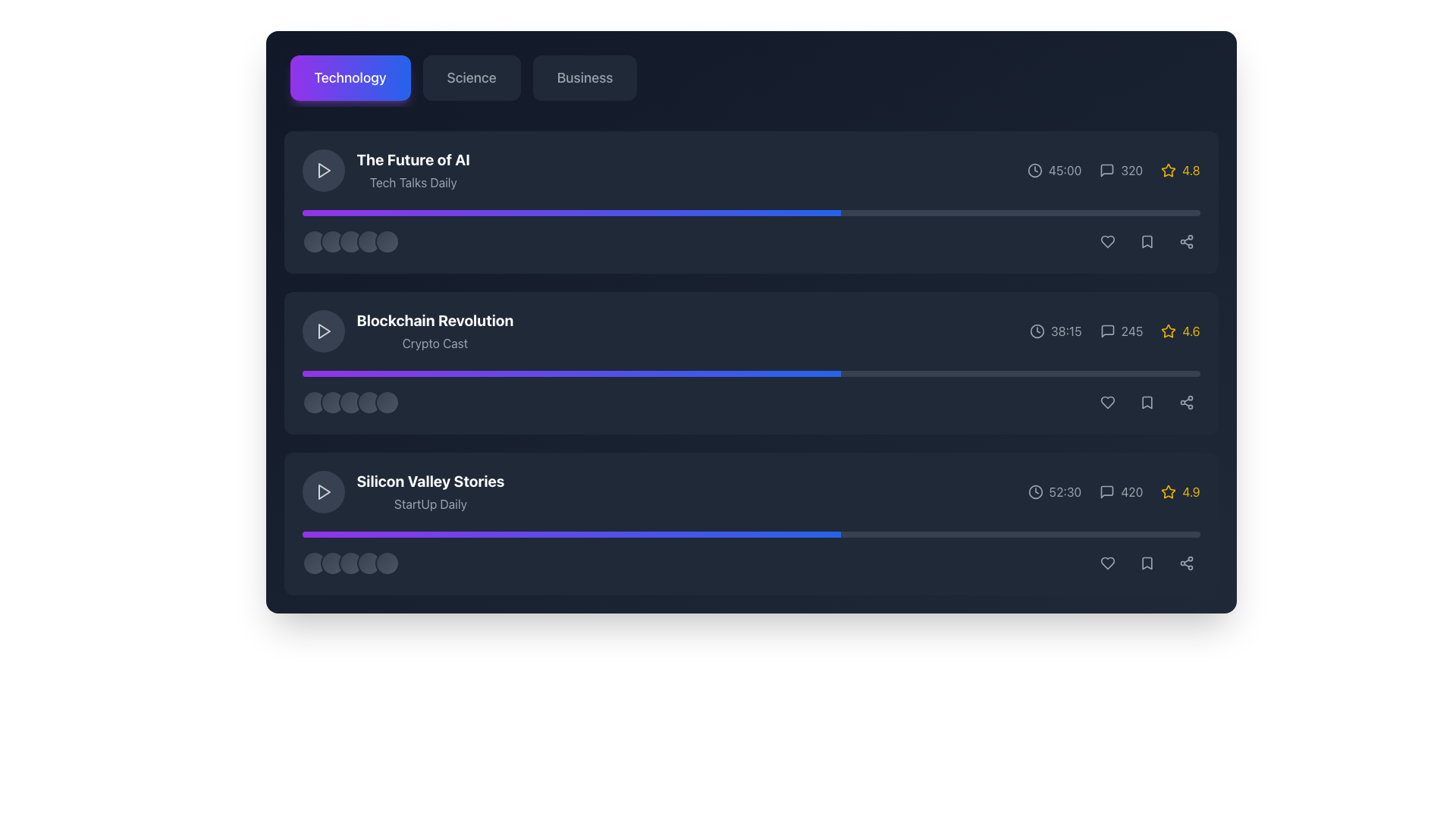 This screenshot has width=1456, height=819. Describe the element at coordinates (350, 563) in the screenshot. I see `the third circular indicator in the row of five, located below the progress bar for the 'Silicon Valley Stories' section` at that location.